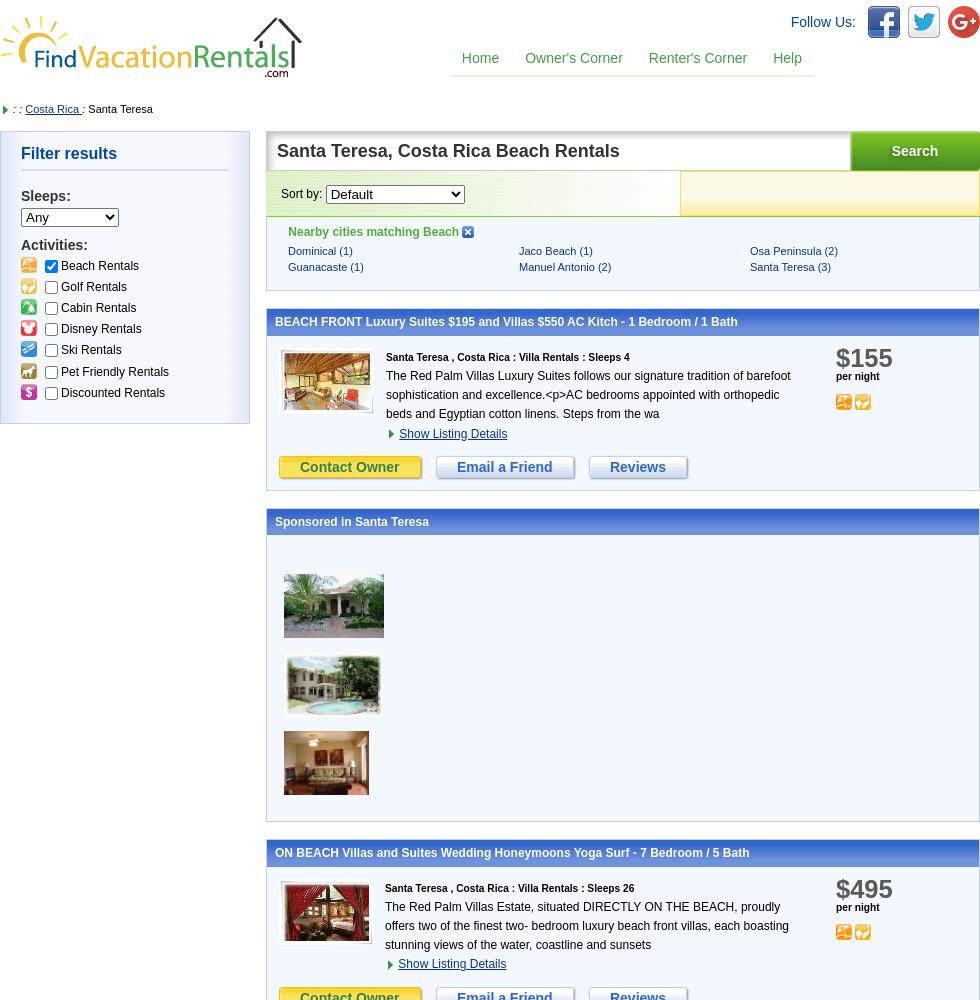 This screenshot has width=980, height=1000. Describe the element at coordinates (20, 153) in the screenshot. I see `'Filter results'` at that location.